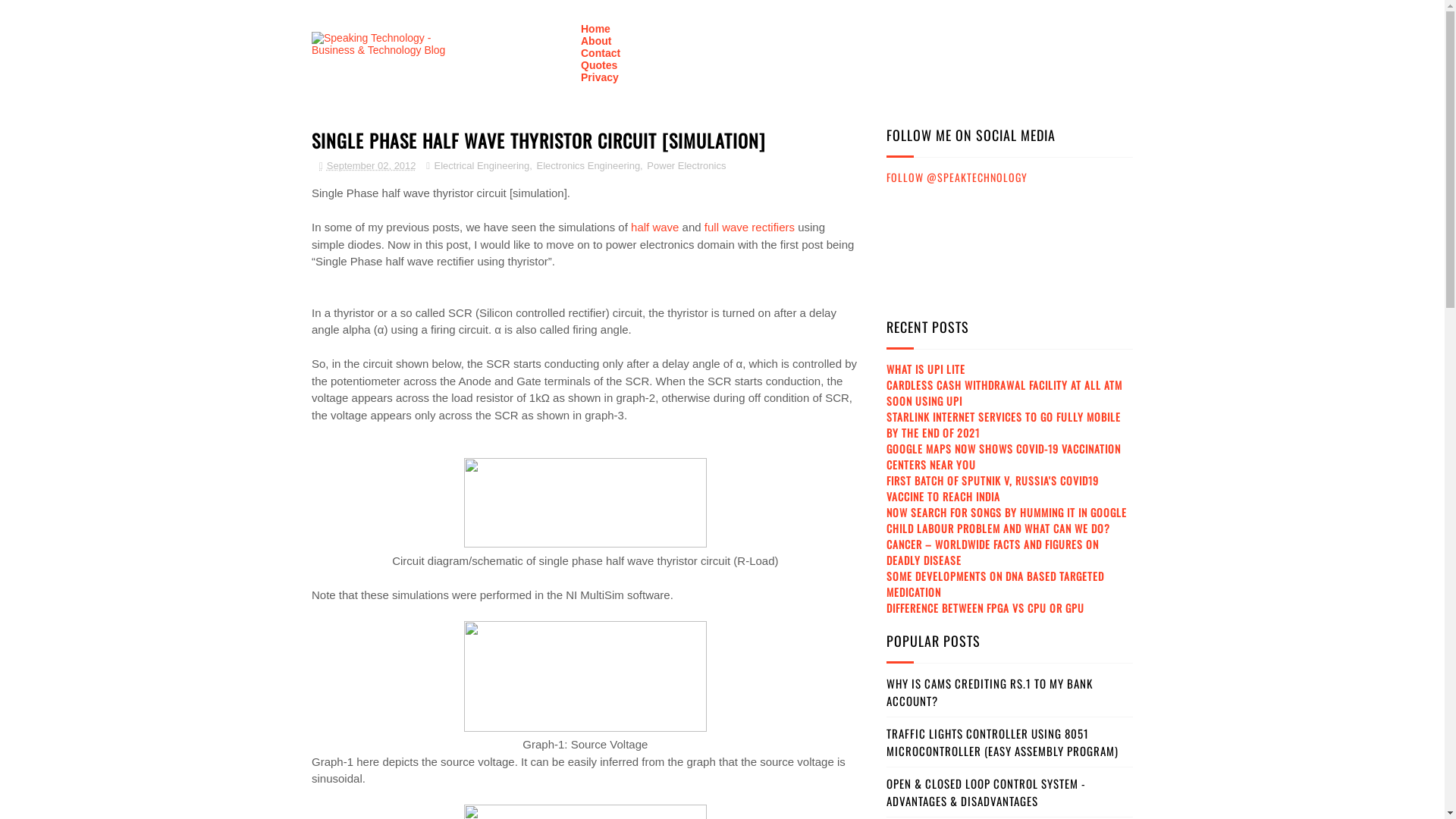  What do you see at coordinates (587, 165) in the screenshot?
I see `'Electronics Engineering'` at bounding box center [587, 165].